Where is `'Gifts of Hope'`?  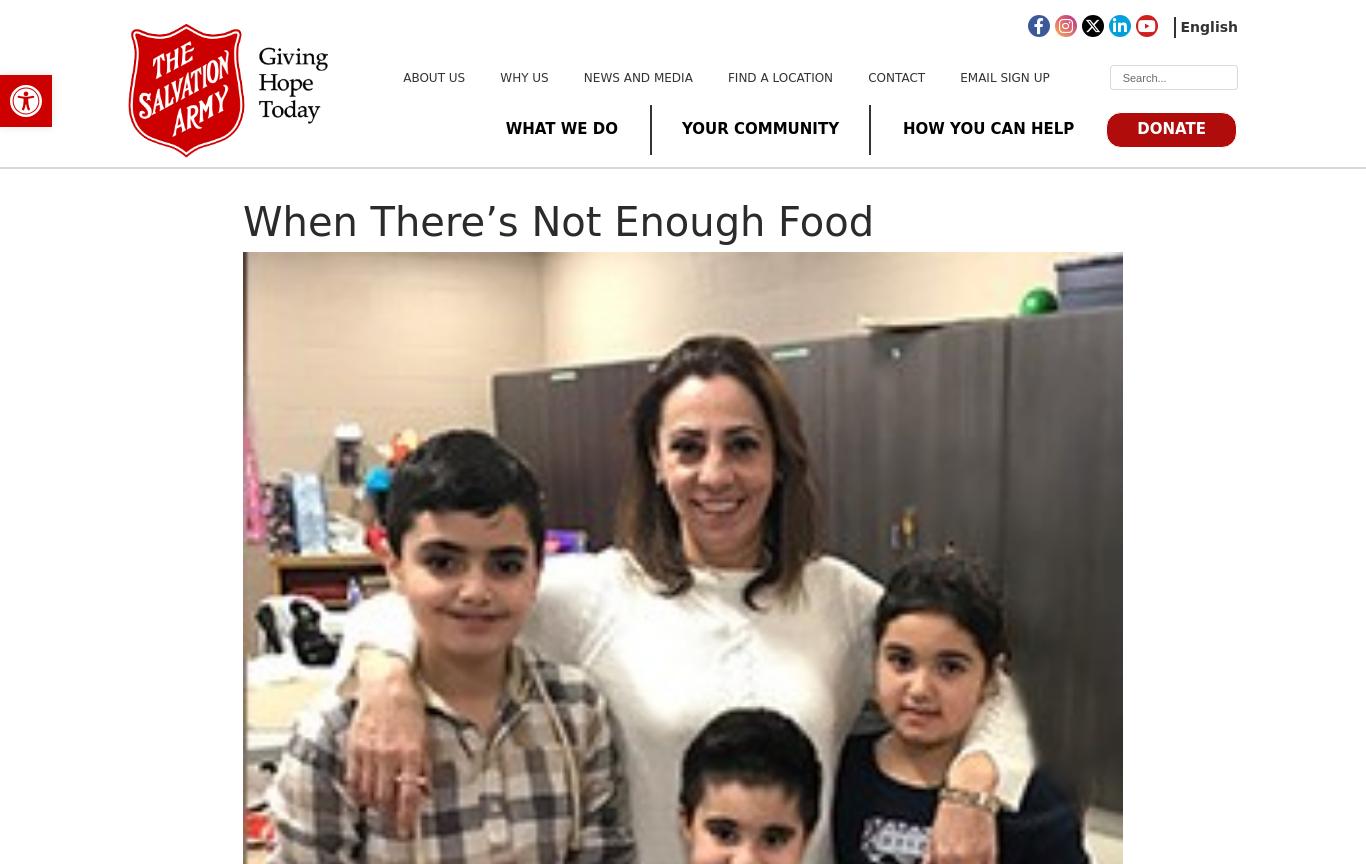
'Gifts of Hope' is located at coordinates (816, 296).